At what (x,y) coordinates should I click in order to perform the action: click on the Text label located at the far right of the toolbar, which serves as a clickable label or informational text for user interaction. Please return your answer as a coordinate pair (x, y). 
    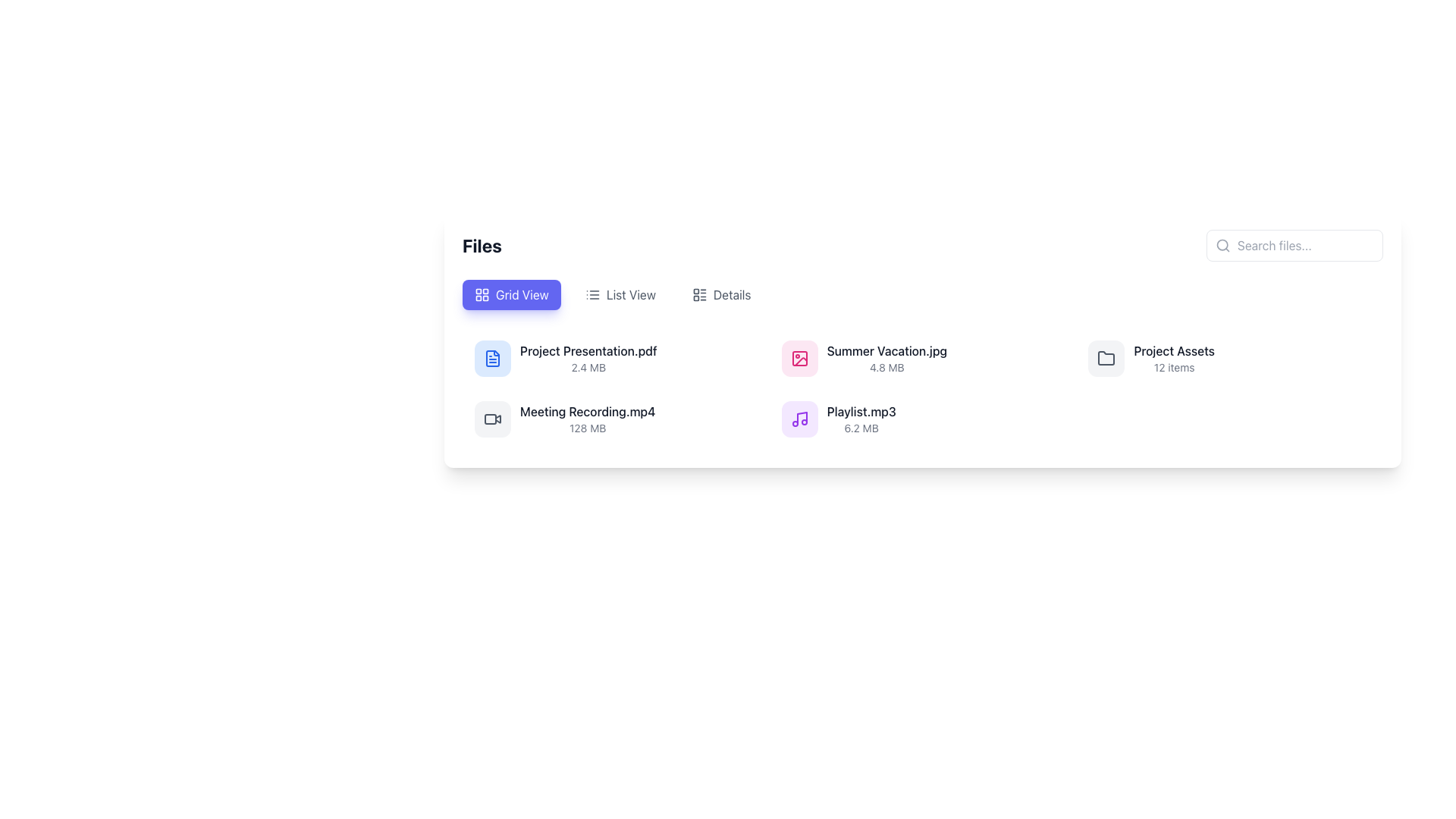
    Looking at the image, I should click on (732, 295).